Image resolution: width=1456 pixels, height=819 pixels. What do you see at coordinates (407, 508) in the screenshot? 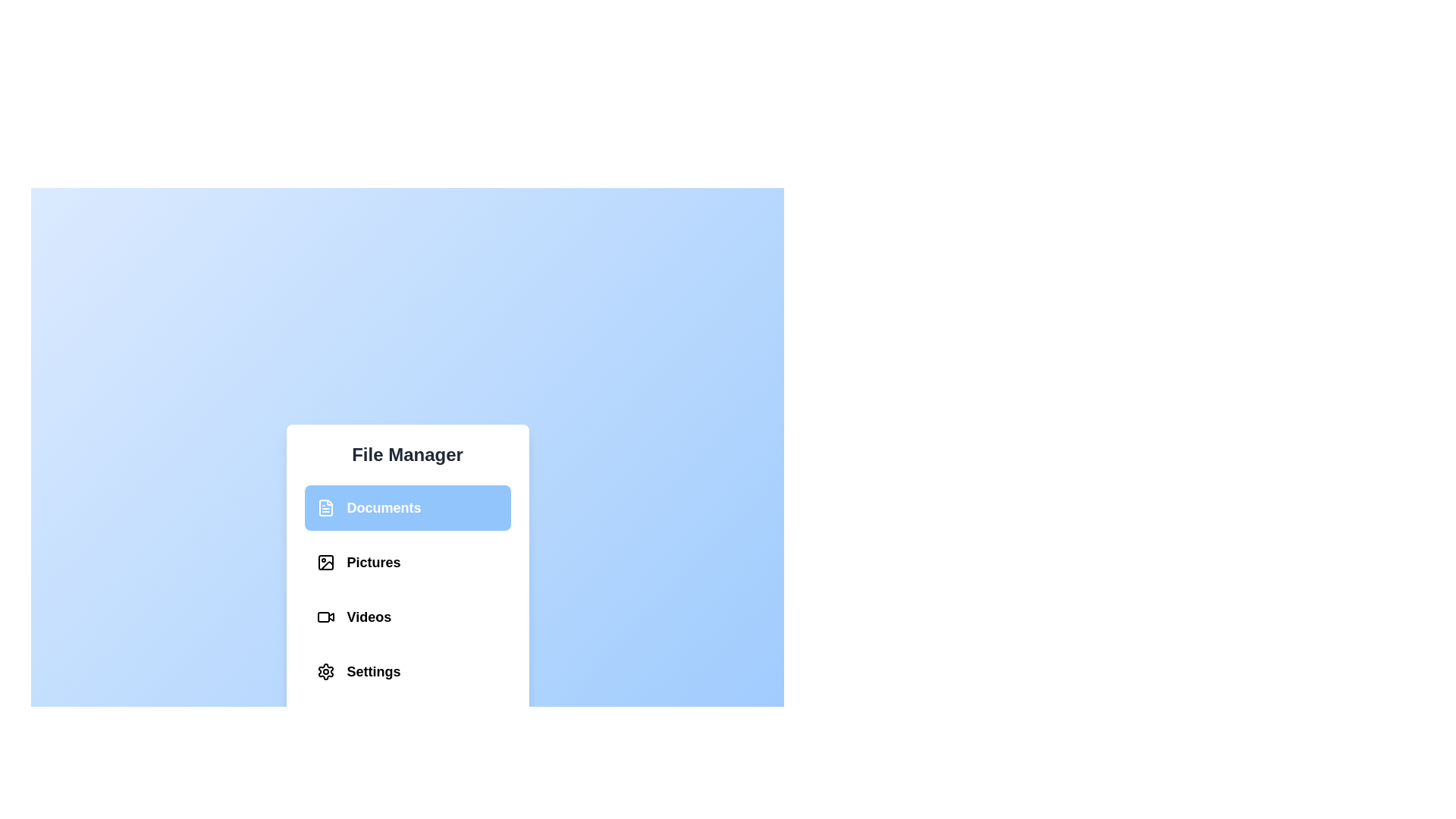
I see `the menu item labeled Documents` at bounding box center [407, 508].